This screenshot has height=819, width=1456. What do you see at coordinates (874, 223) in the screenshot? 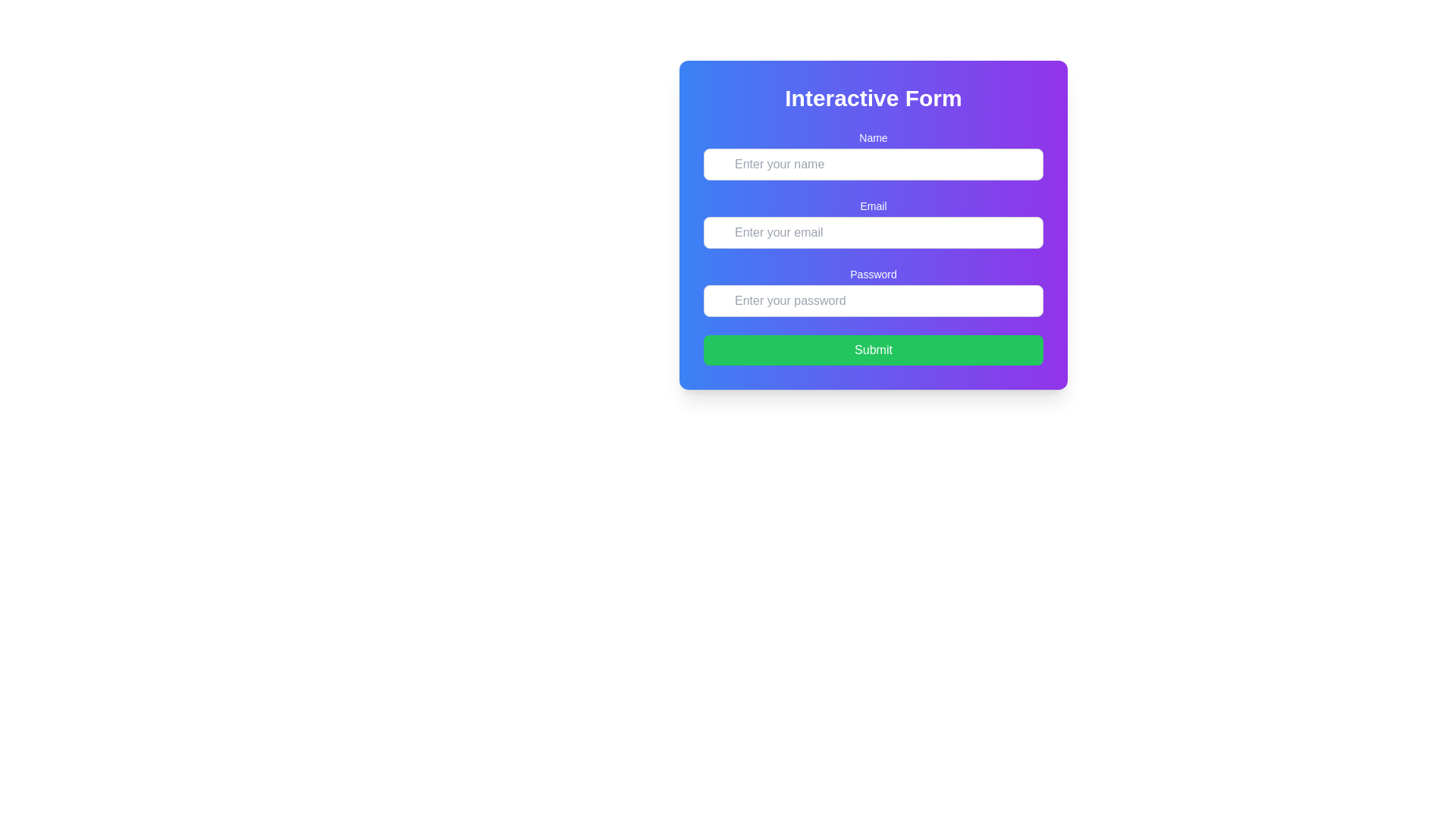
I see `the email input text field located below the Name field and above the Password field` at bounding box center [874, 223].